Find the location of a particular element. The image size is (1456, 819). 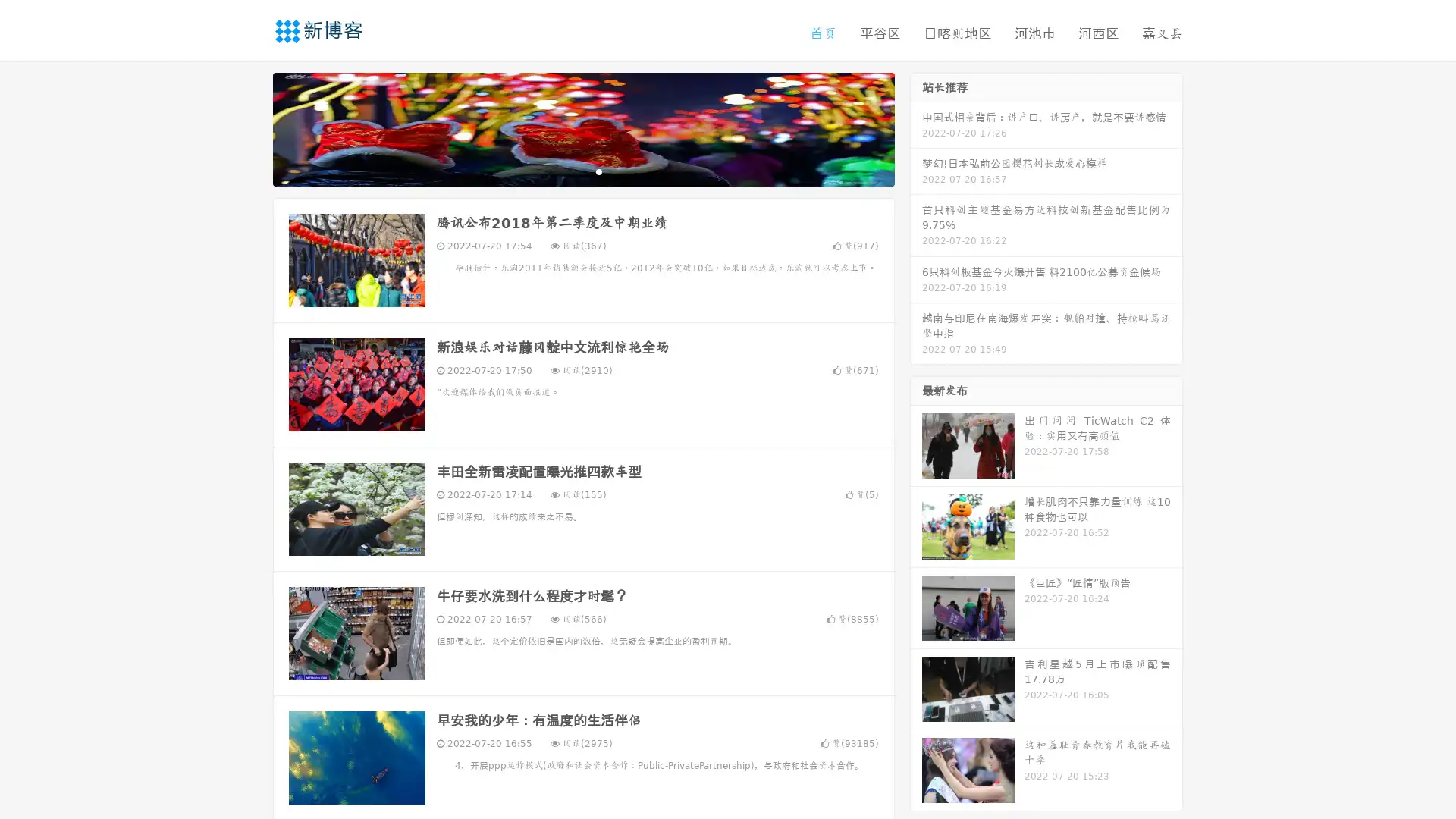

Go to slide 3 is located at coordinates (598, 171).